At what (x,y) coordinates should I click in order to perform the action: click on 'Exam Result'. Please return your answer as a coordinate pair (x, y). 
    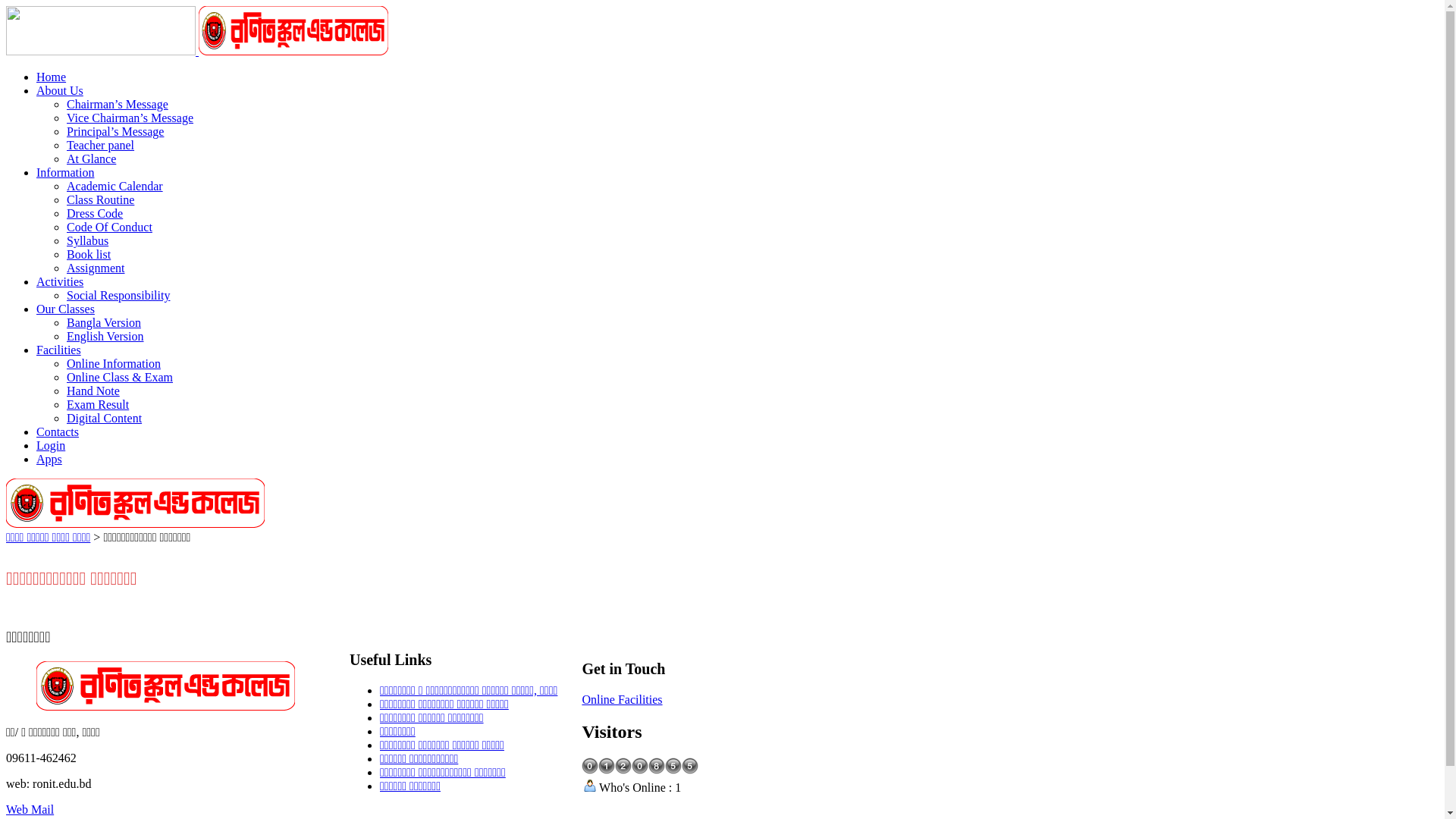
    Looking at the image, I should click on (65, 403).